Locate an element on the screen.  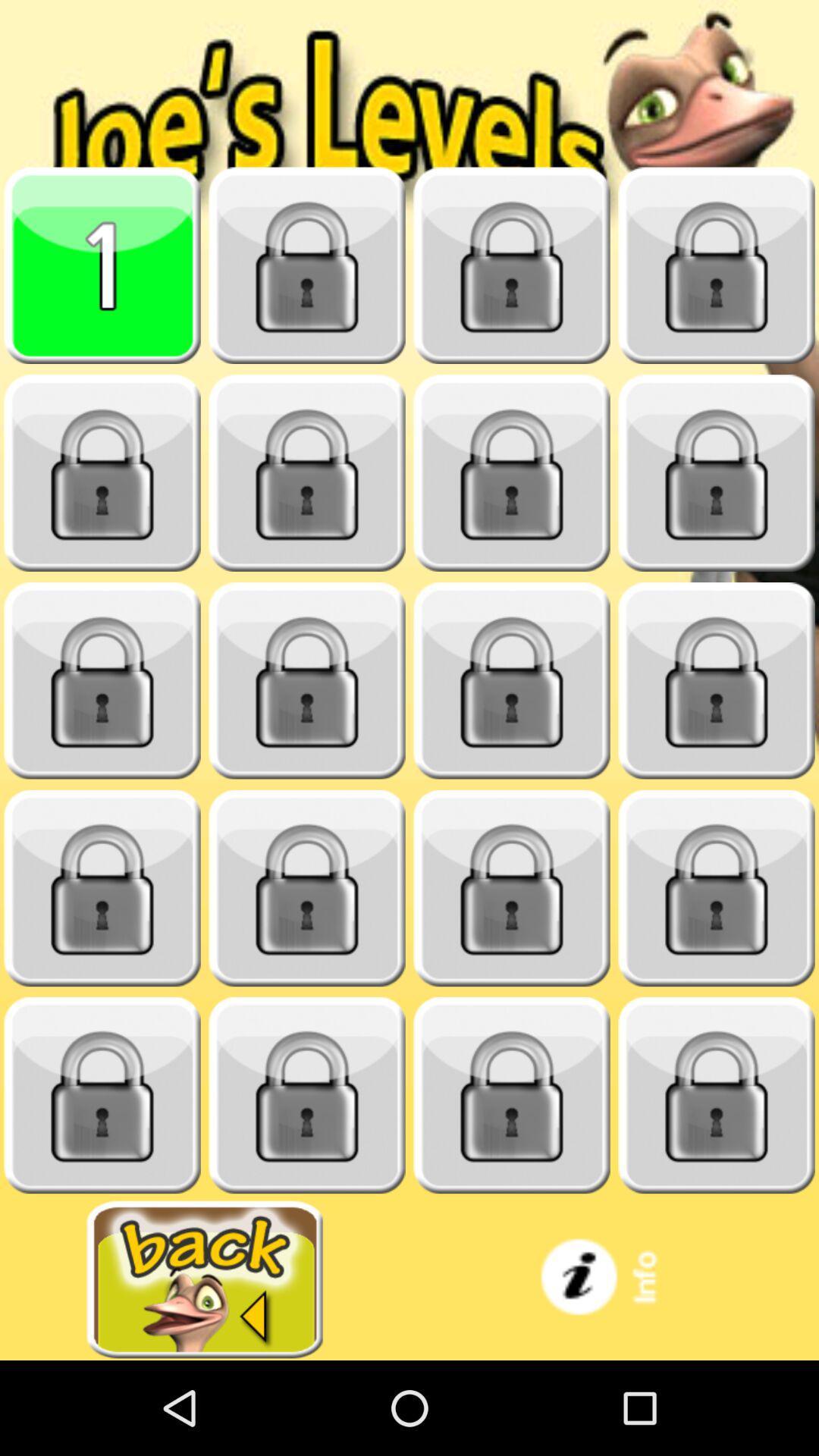
lock is located at coordinates (512, 265).